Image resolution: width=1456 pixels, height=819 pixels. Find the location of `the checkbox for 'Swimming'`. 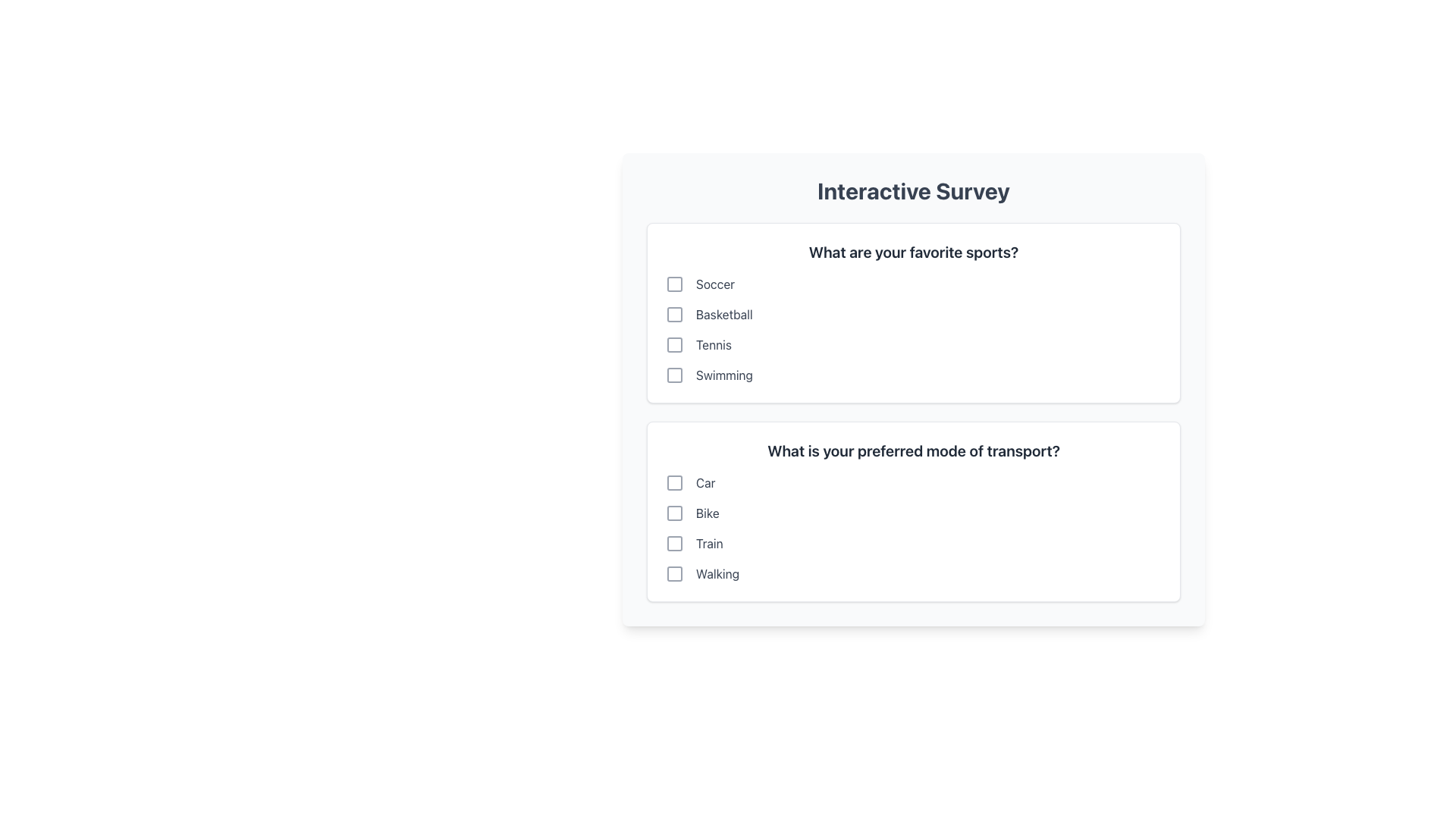

the checkbox for 'Swimming' is located at coordinates (912, 375).